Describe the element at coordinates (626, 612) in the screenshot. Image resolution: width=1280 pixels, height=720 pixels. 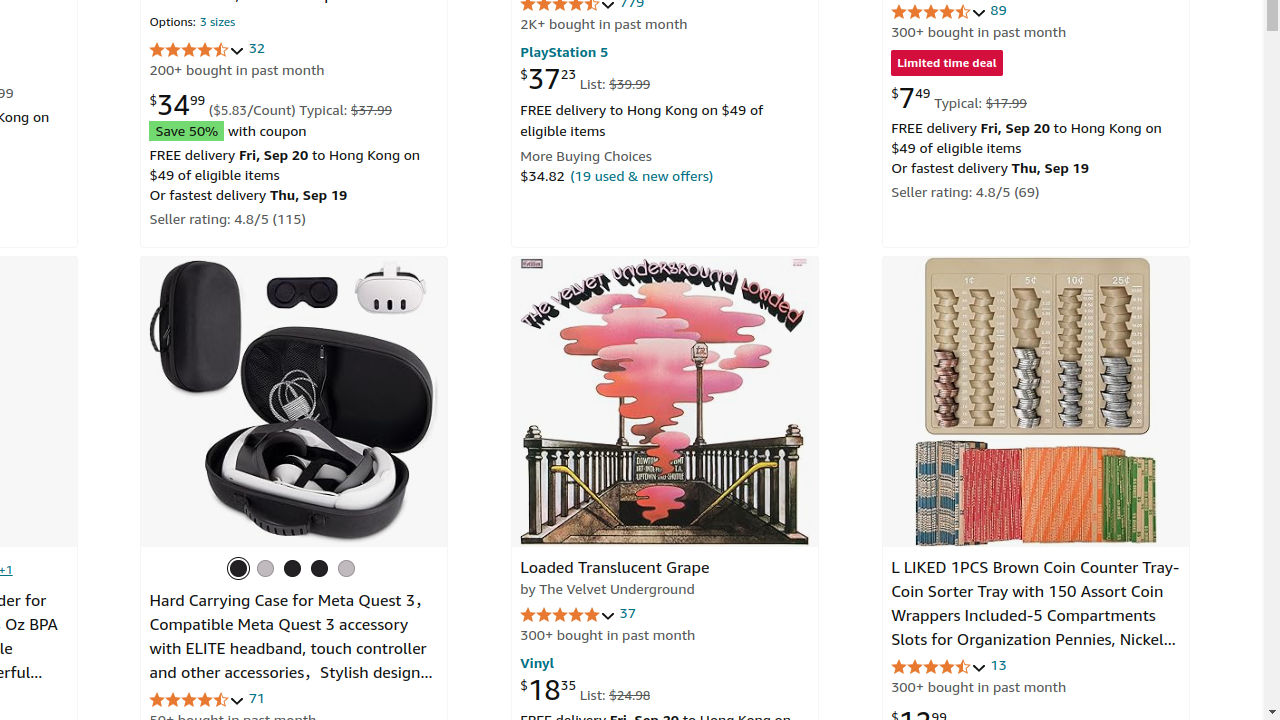
I see `'37'` at that location.